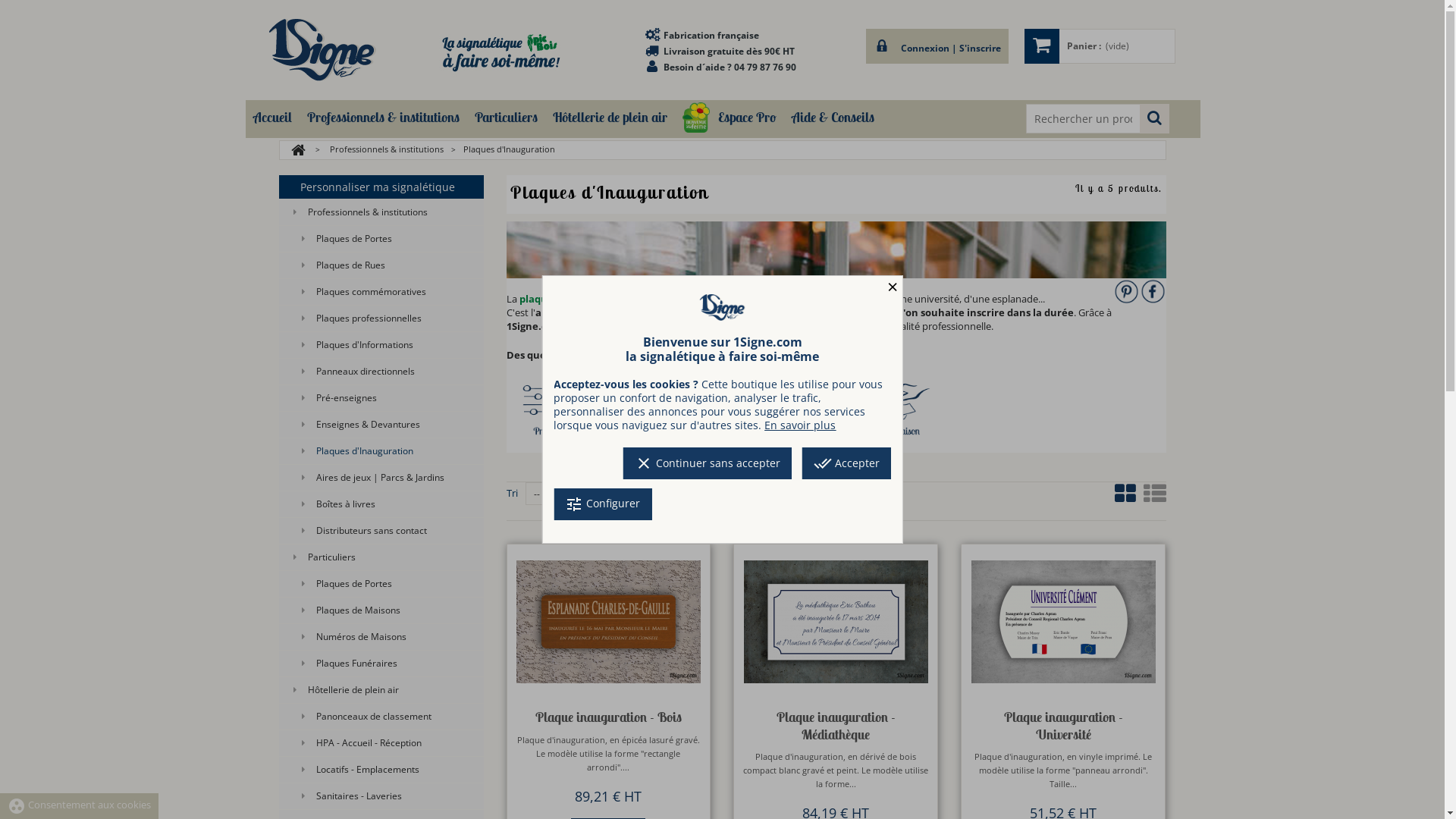  What do you see at coordinates (279, 795) in the screenshot?
I see `'Sanitaires - Laveries'` at bounding box center [279, 795].